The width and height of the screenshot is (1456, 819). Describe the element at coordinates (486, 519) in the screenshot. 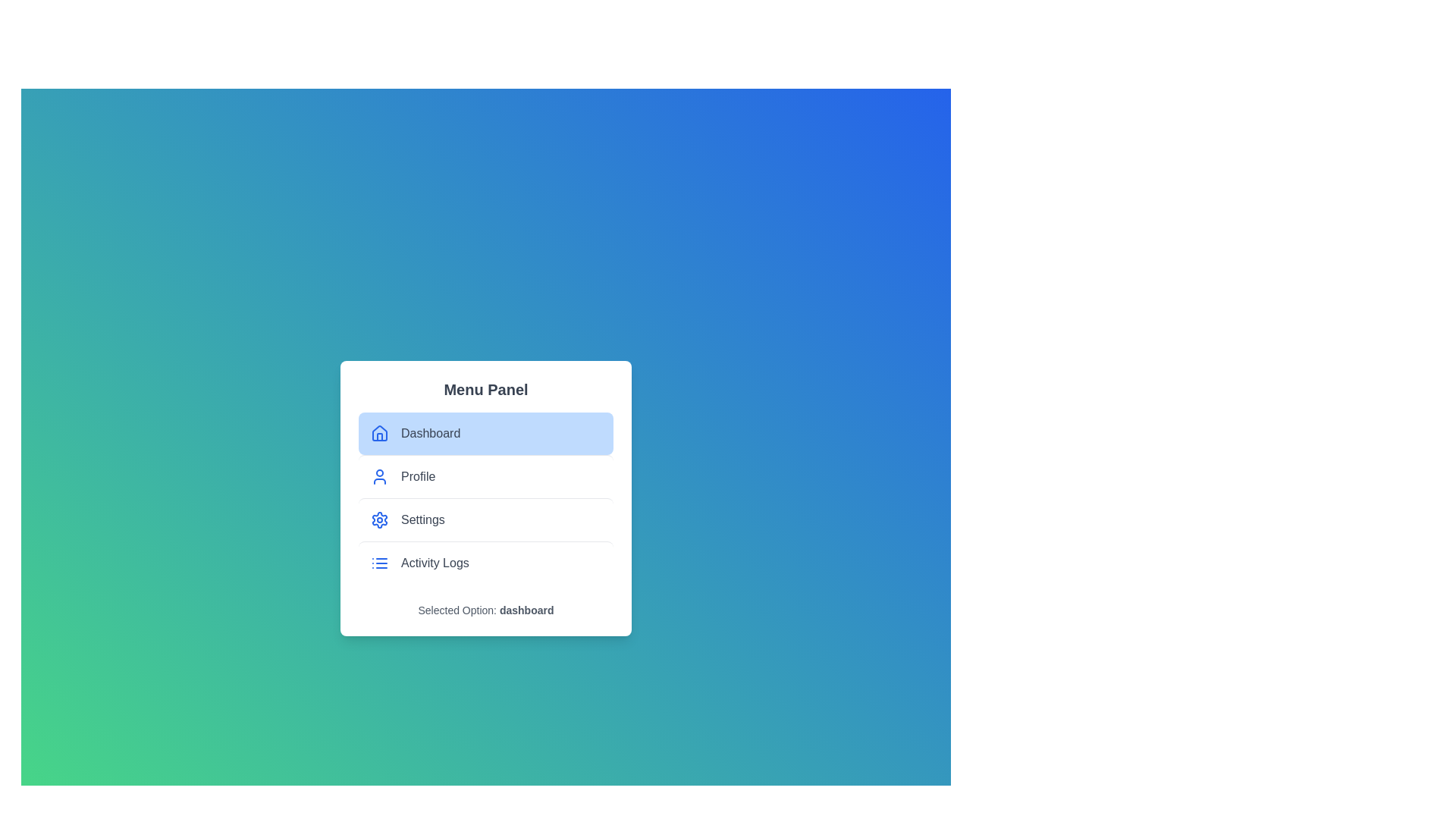

I see `the menu option settings by clicking on its entry` at that location.